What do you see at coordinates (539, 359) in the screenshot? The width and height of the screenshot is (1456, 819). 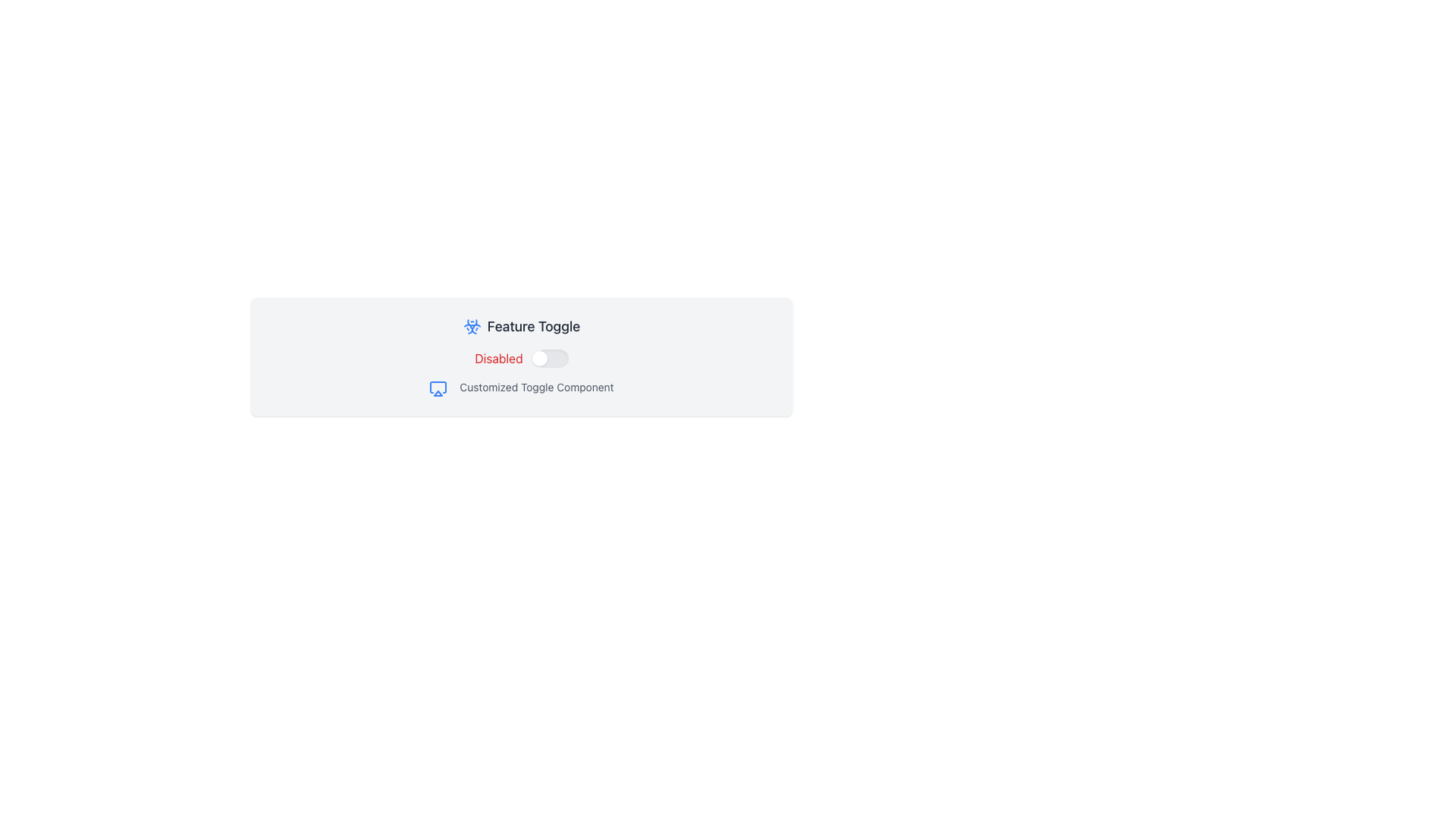 I see `the toggle knob` at bounding box center [539, 359].